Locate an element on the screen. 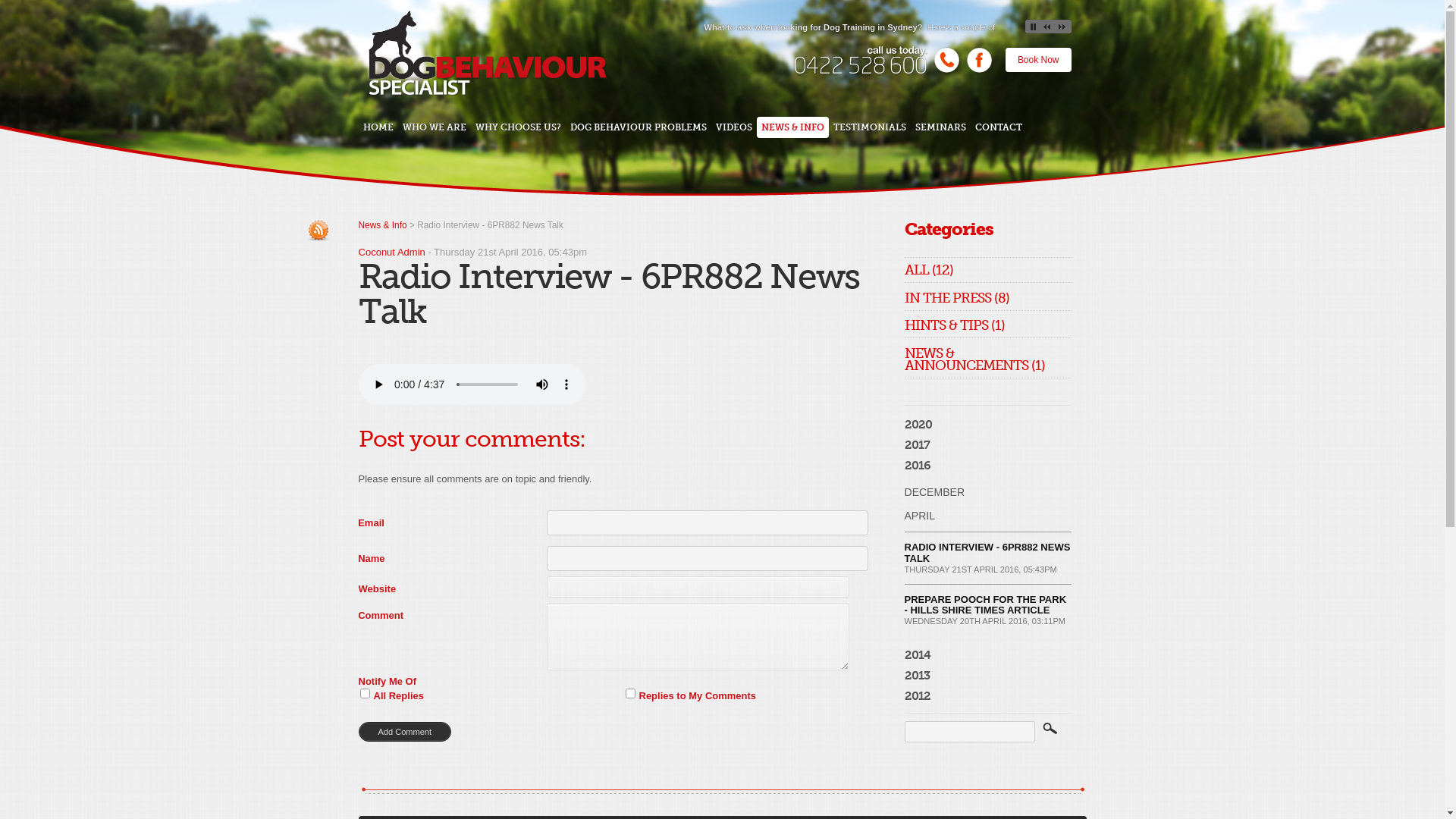 The width and height of the screenshot is (1456, 819). 'DOG BEHAVIOUR PROBLEMS' is located at coordinates (638, 127).